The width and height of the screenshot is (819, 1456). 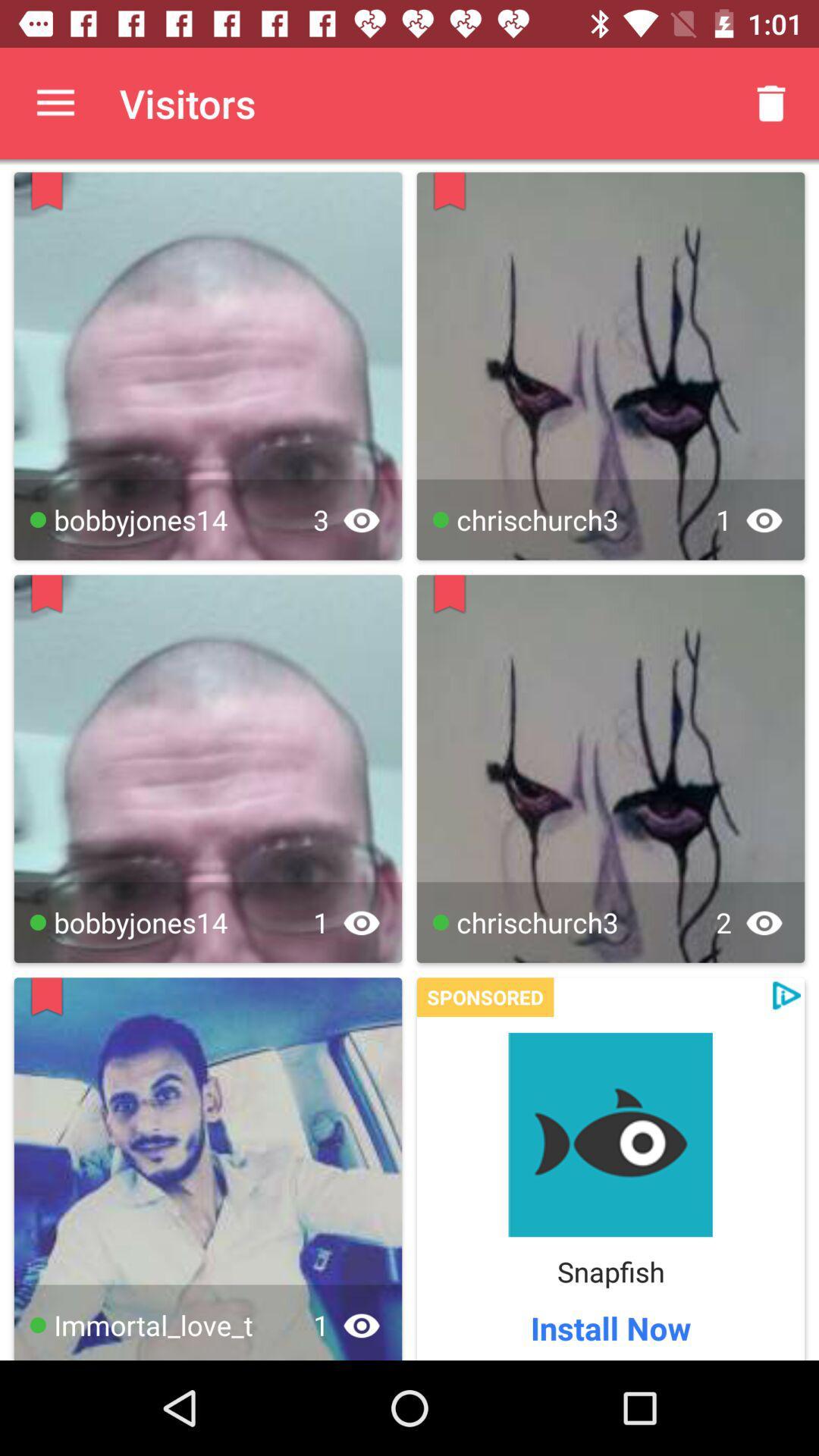 I want to click on advertisement for an app, so click(x=610, y=1134).